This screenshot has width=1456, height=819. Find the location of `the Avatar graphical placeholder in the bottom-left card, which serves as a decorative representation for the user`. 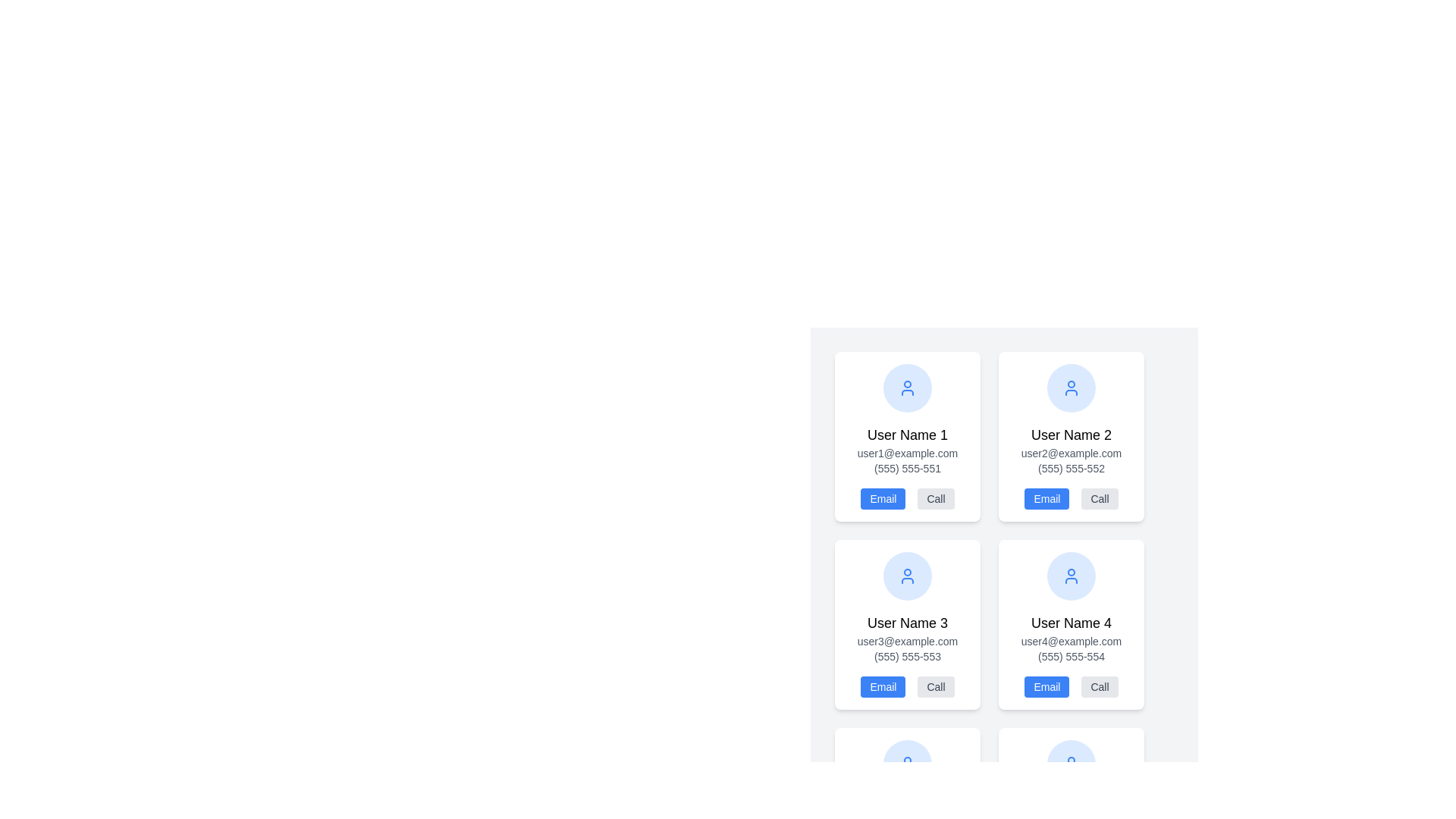

the Avatar graphical placeholder in the bottom-left card, which serves as a decorative representation for the user is located at coordinates (907, 764).